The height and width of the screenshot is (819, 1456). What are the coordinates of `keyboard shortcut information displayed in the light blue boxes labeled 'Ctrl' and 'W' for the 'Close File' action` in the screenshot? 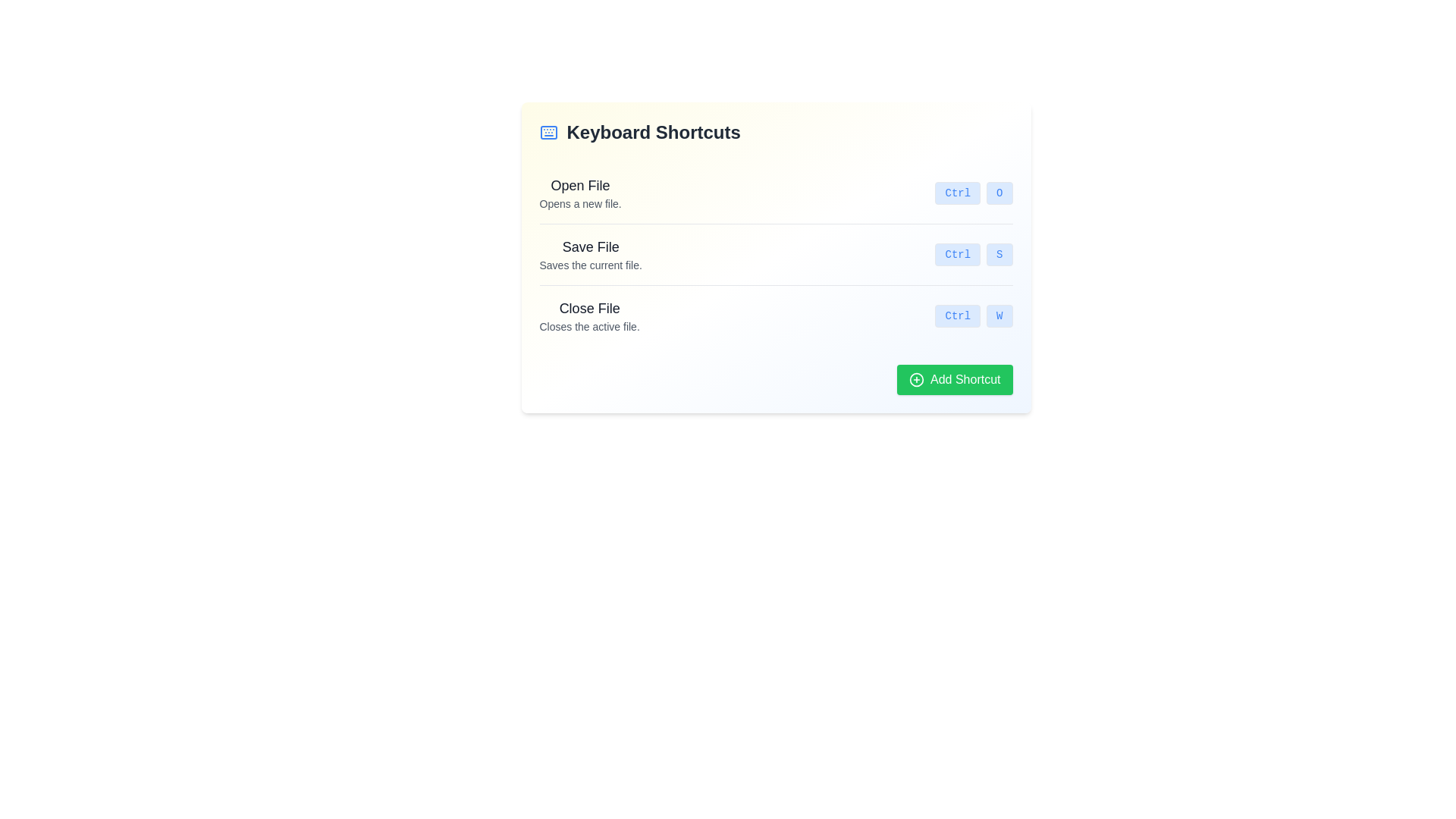 It's located at (974, 315).